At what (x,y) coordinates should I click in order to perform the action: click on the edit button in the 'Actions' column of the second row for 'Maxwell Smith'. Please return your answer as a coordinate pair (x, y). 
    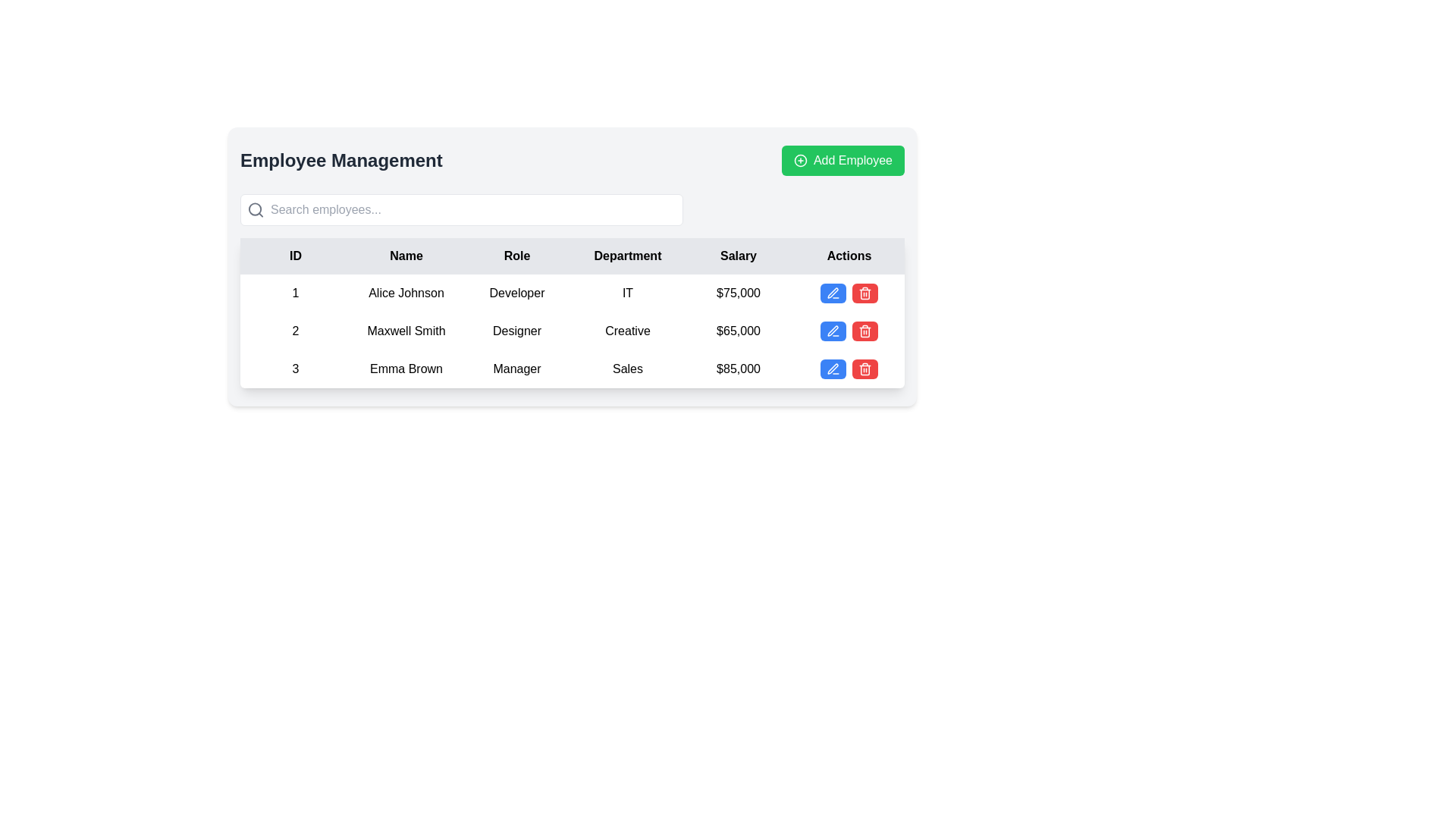
    Looking at the image, I should click on (833, 330).